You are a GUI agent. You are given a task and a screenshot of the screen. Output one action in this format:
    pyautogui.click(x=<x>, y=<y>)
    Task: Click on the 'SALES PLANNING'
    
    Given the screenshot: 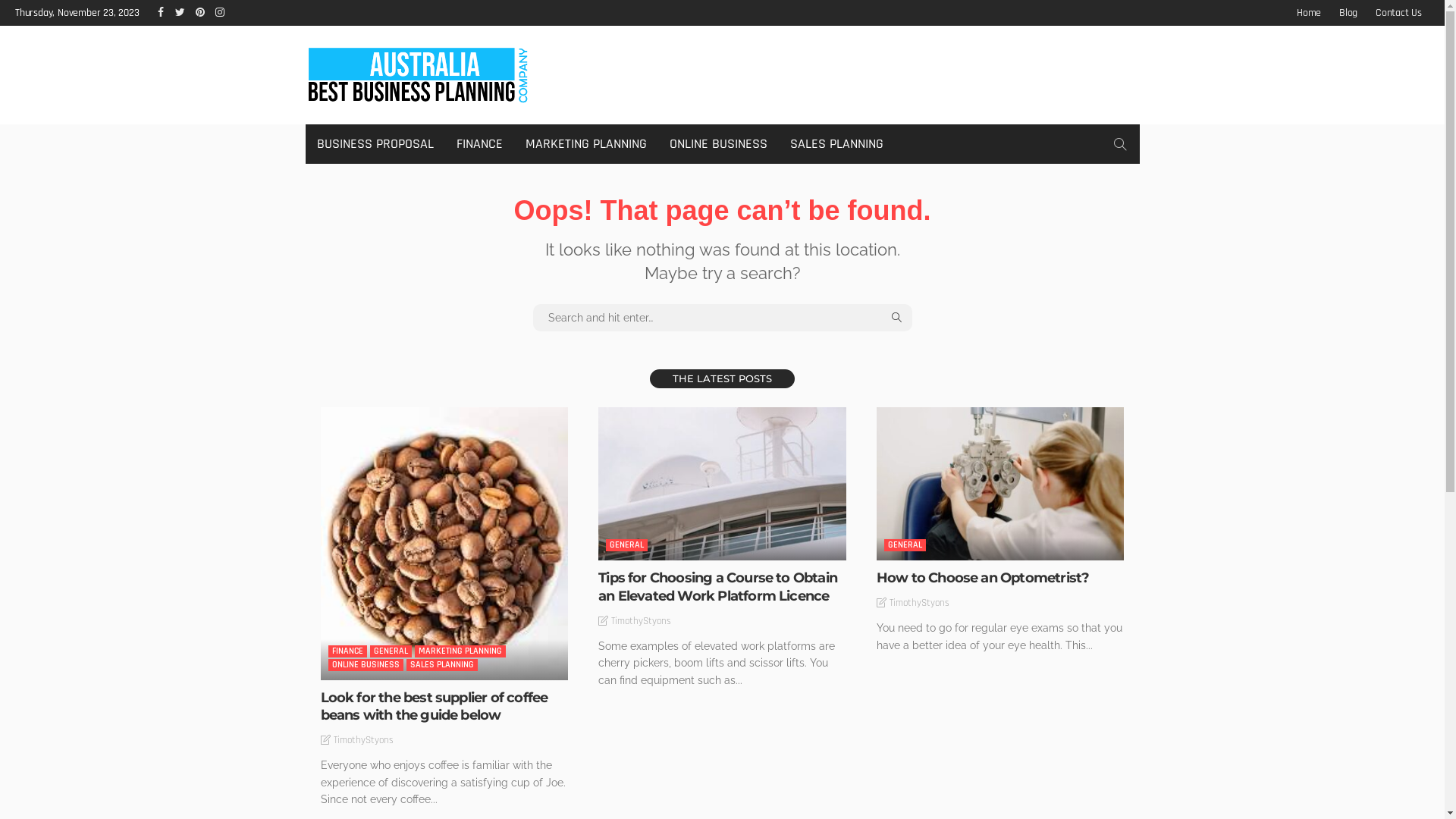 What is the action you would take?
    pyautogui.click(x=441, y=664)
    